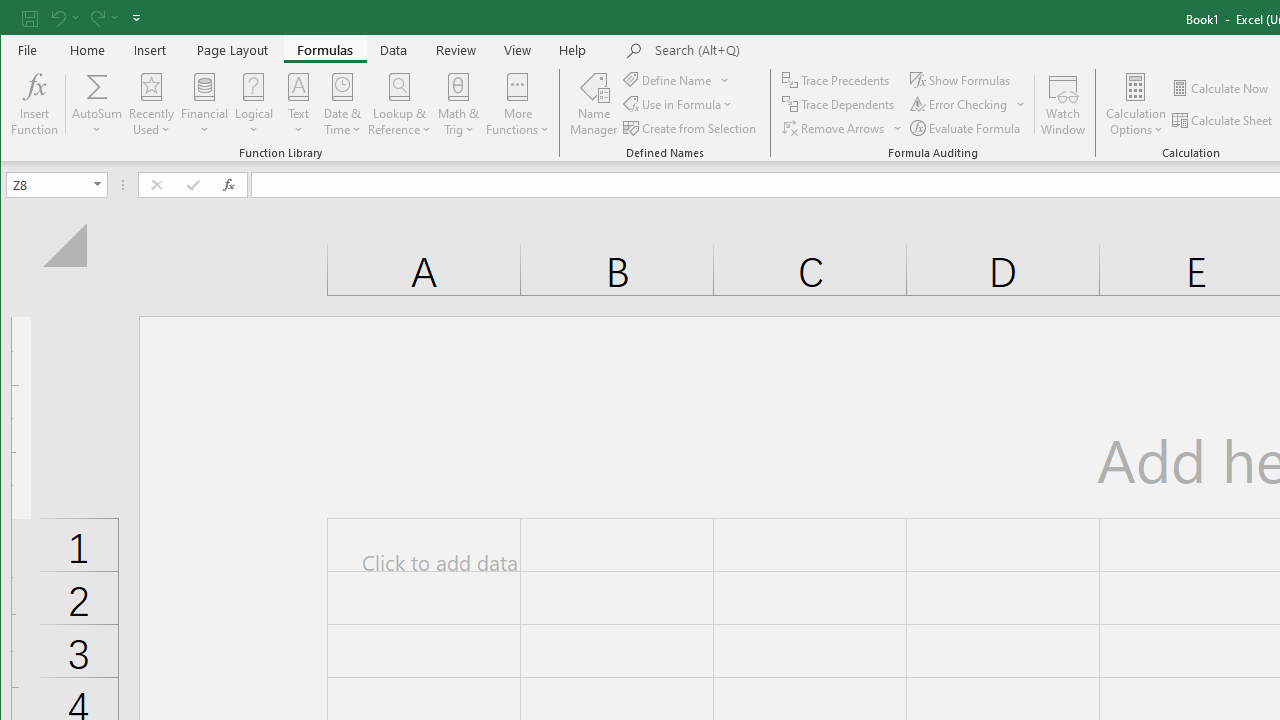 The image size is (1280, 720). Describe the element at coordinates (691, 128) in the screenshot. I see `'Create from Selection...'` at that location.